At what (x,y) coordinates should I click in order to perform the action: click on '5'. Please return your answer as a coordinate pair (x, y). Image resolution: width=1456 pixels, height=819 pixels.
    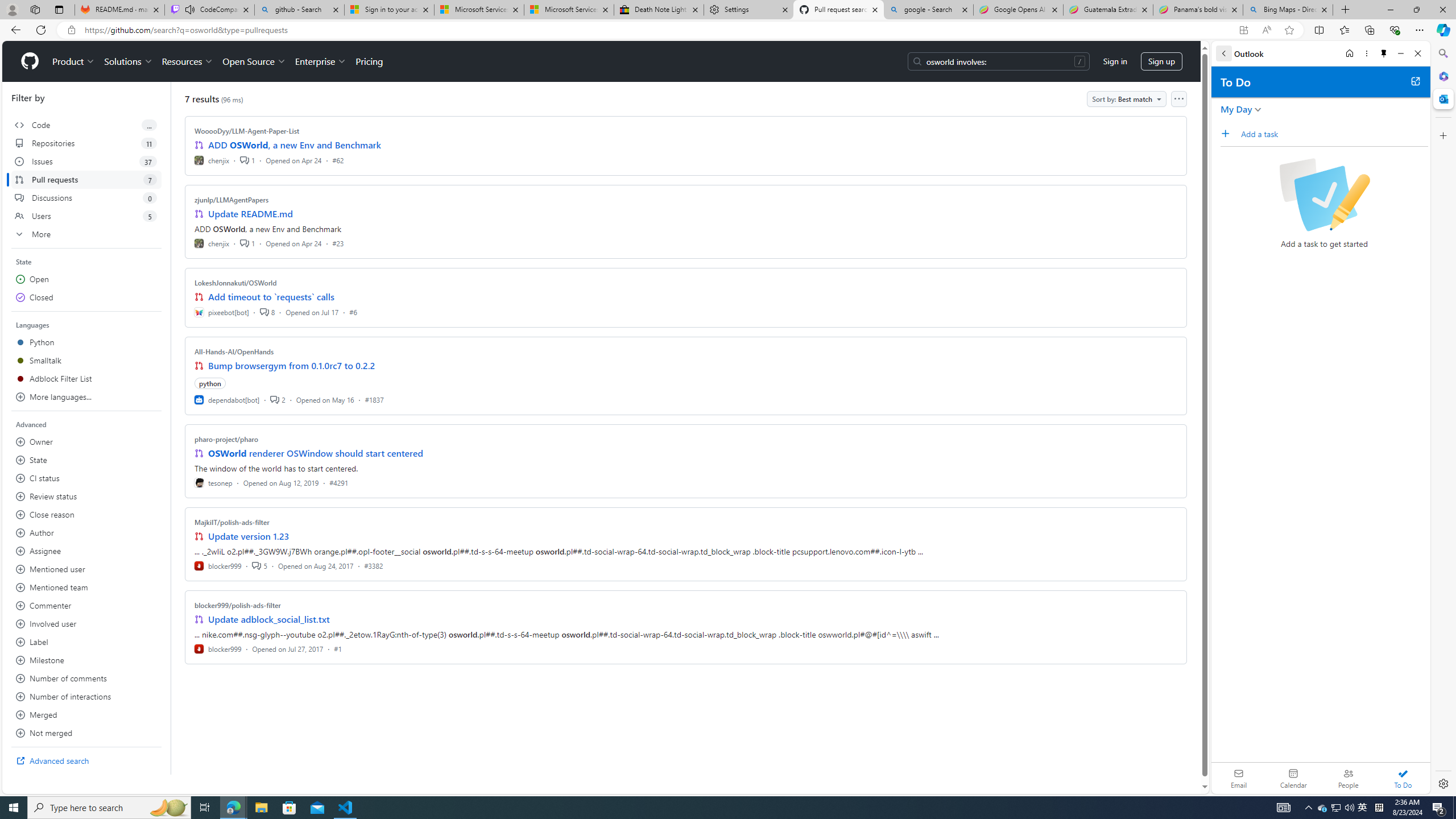
    Looking at the image, I should click on (259, 565).